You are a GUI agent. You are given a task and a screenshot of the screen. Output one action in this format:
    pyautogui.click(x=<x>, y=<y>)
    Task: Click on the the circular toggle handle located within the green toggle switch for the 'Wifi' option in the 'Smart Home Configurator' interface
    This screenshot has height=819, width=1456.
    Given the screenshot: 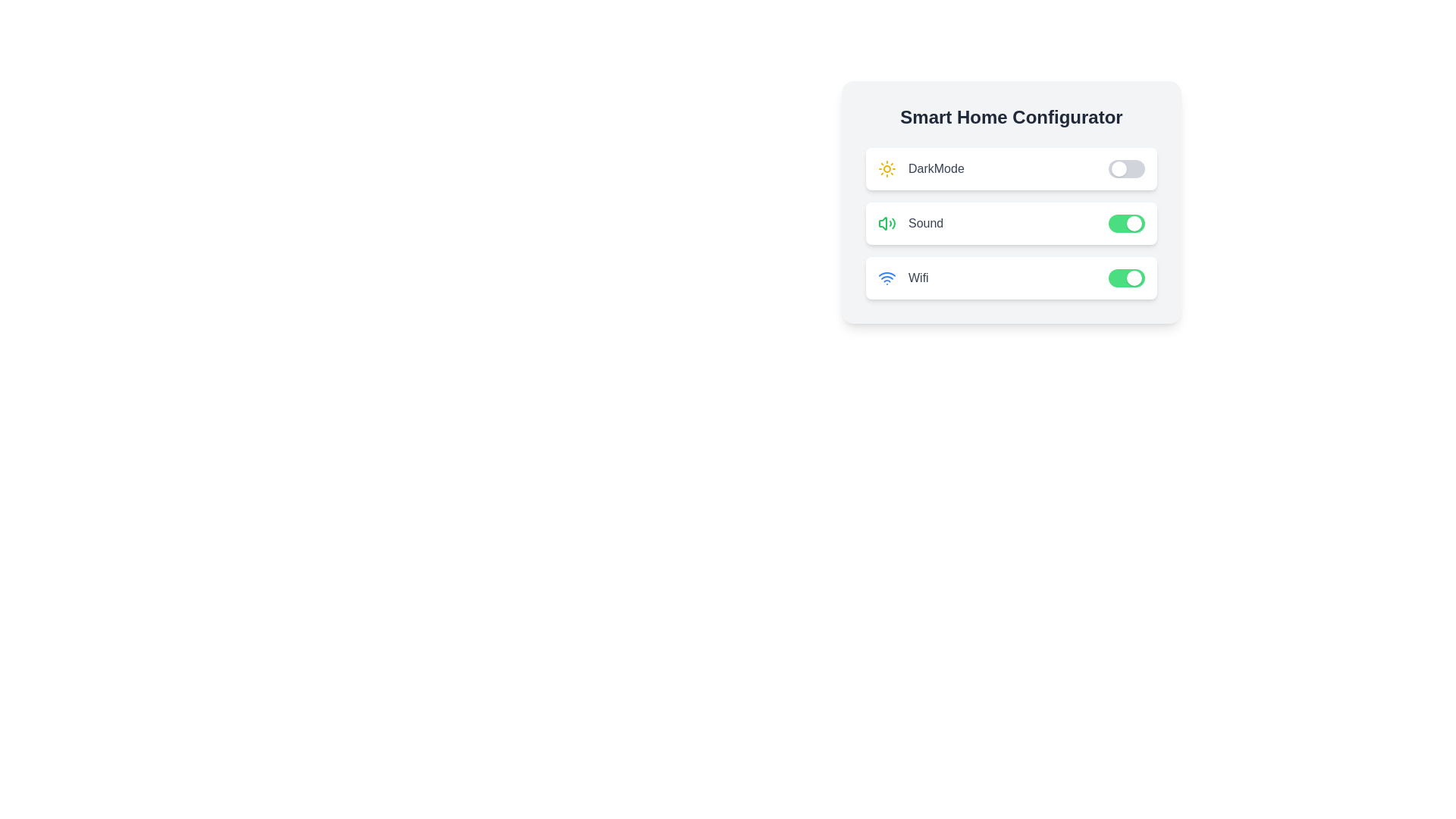 What is the action you would take?
    pyautogui.click(x=1134, y=278)
    